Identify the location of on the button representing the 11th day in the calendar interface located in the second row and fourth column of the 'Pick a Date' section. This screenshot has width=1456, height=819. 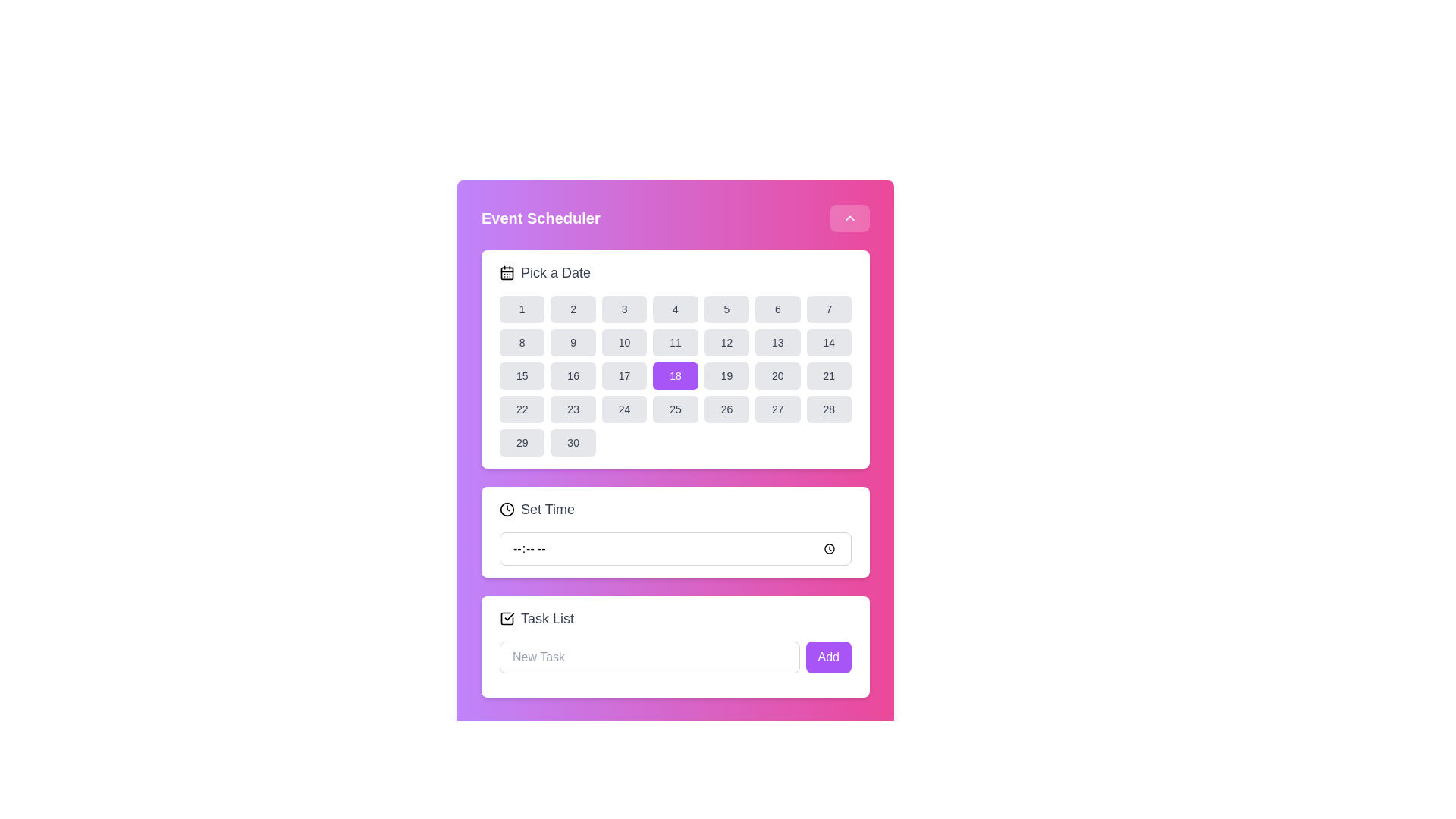
(675, 342).